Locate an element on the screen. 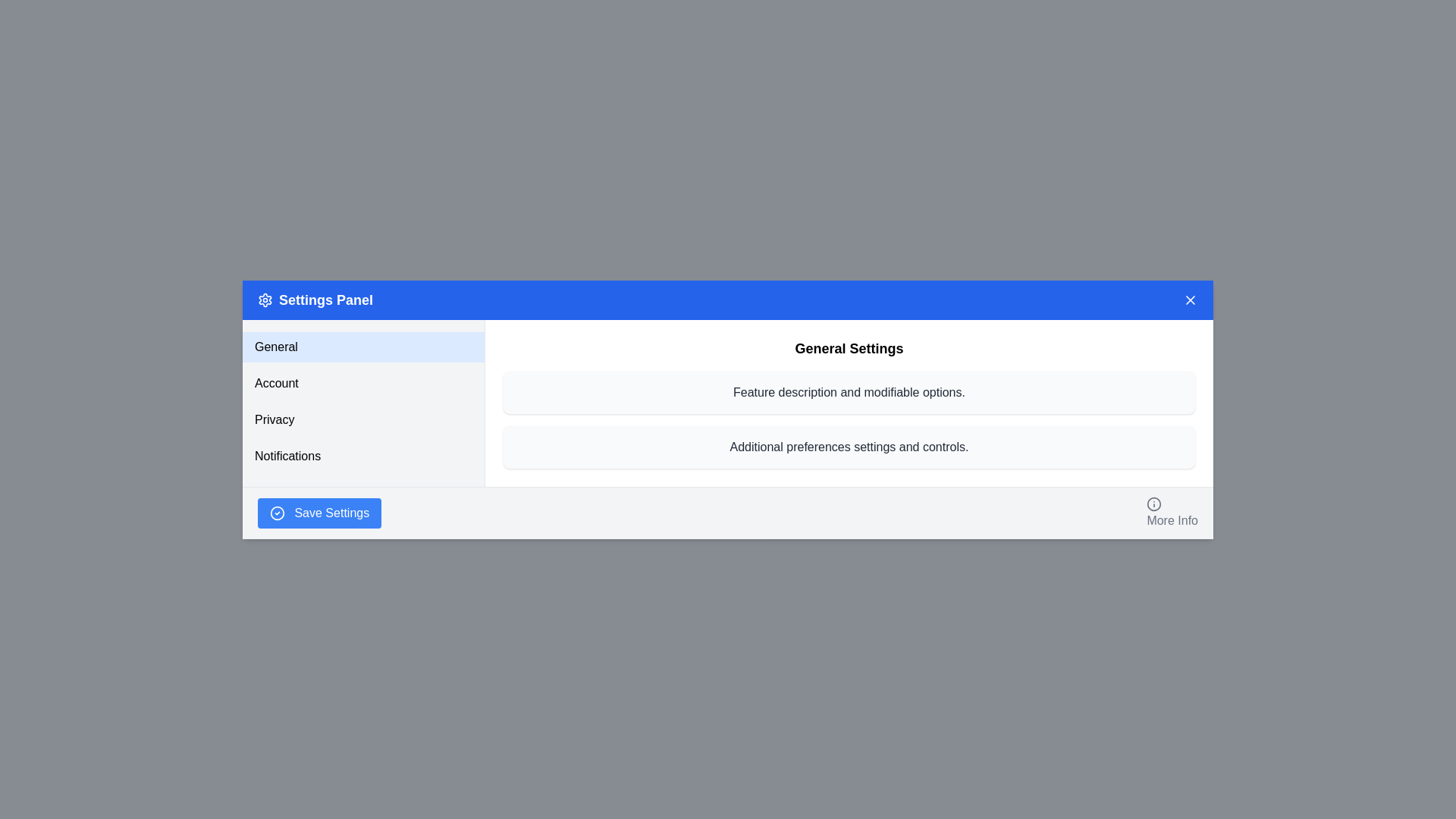 The image size is (1456, 819). the 'Notifications' button located in the bottom-most position of the vertically stacked menu in the left section of the settings panel is located at coordinates (362, 455).